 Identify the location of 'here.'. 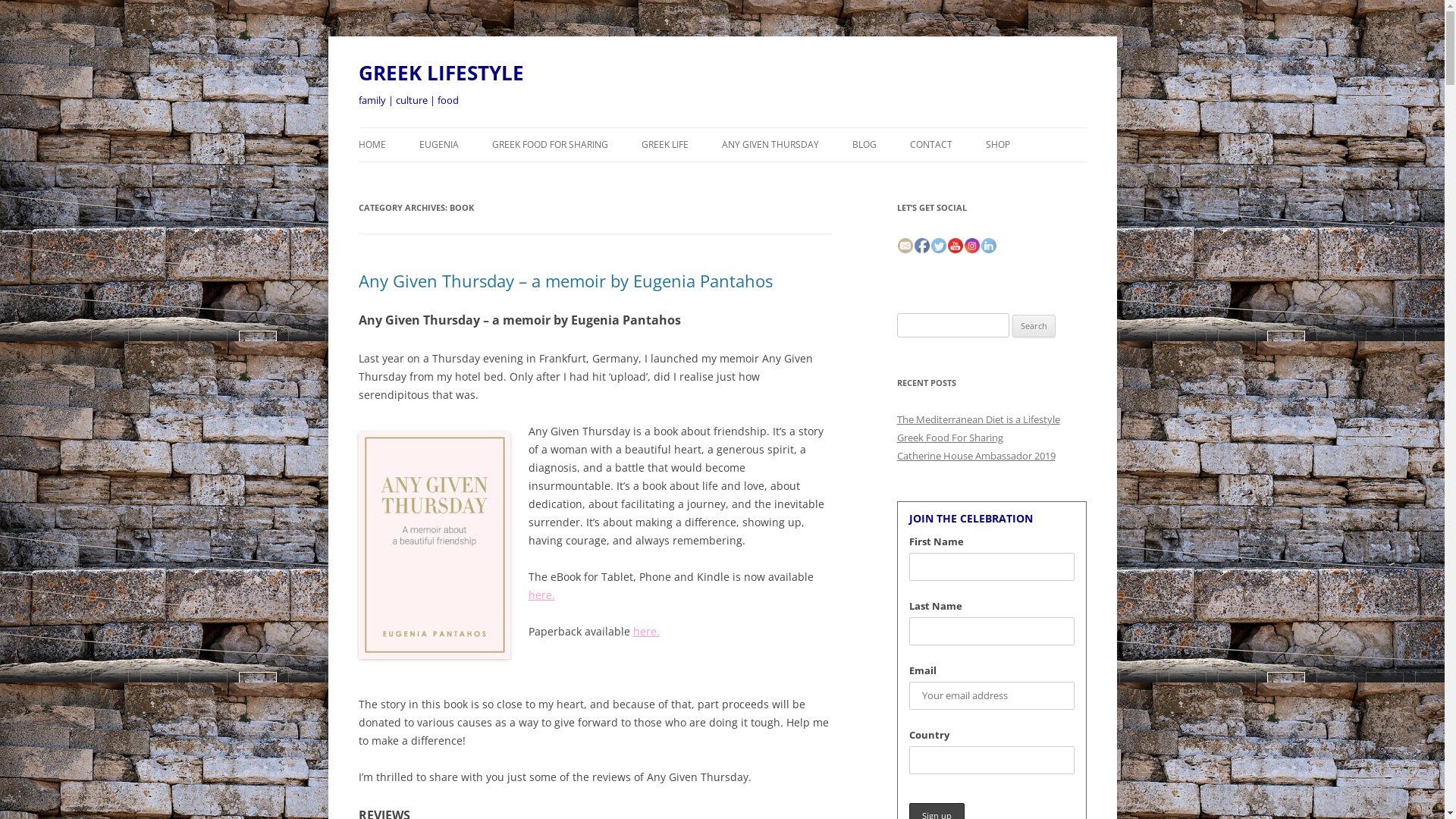
(541, 594).